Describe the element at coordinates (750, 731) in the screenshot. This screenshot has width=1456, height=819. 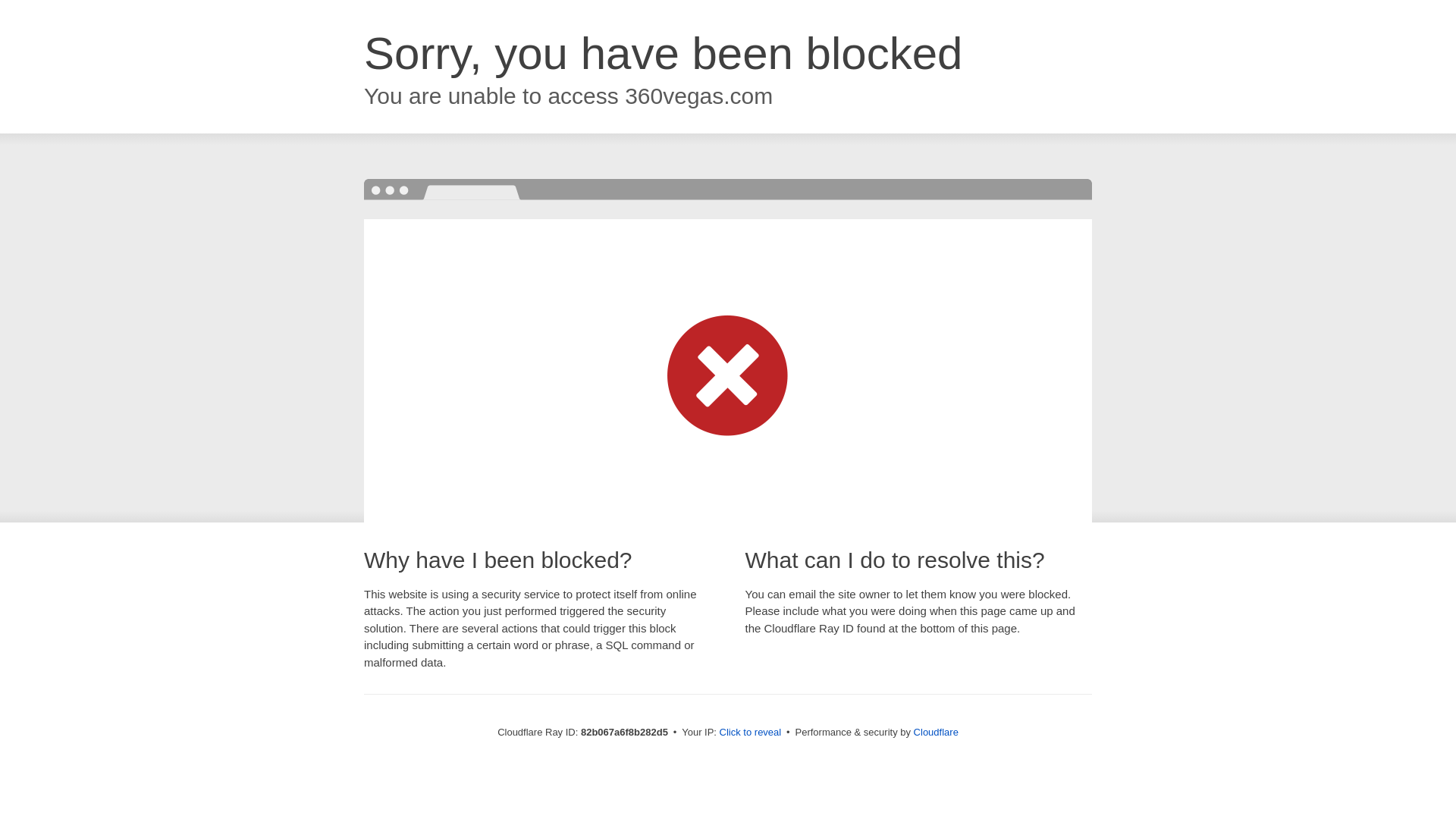
I see `'Click to reveal'` at that location.